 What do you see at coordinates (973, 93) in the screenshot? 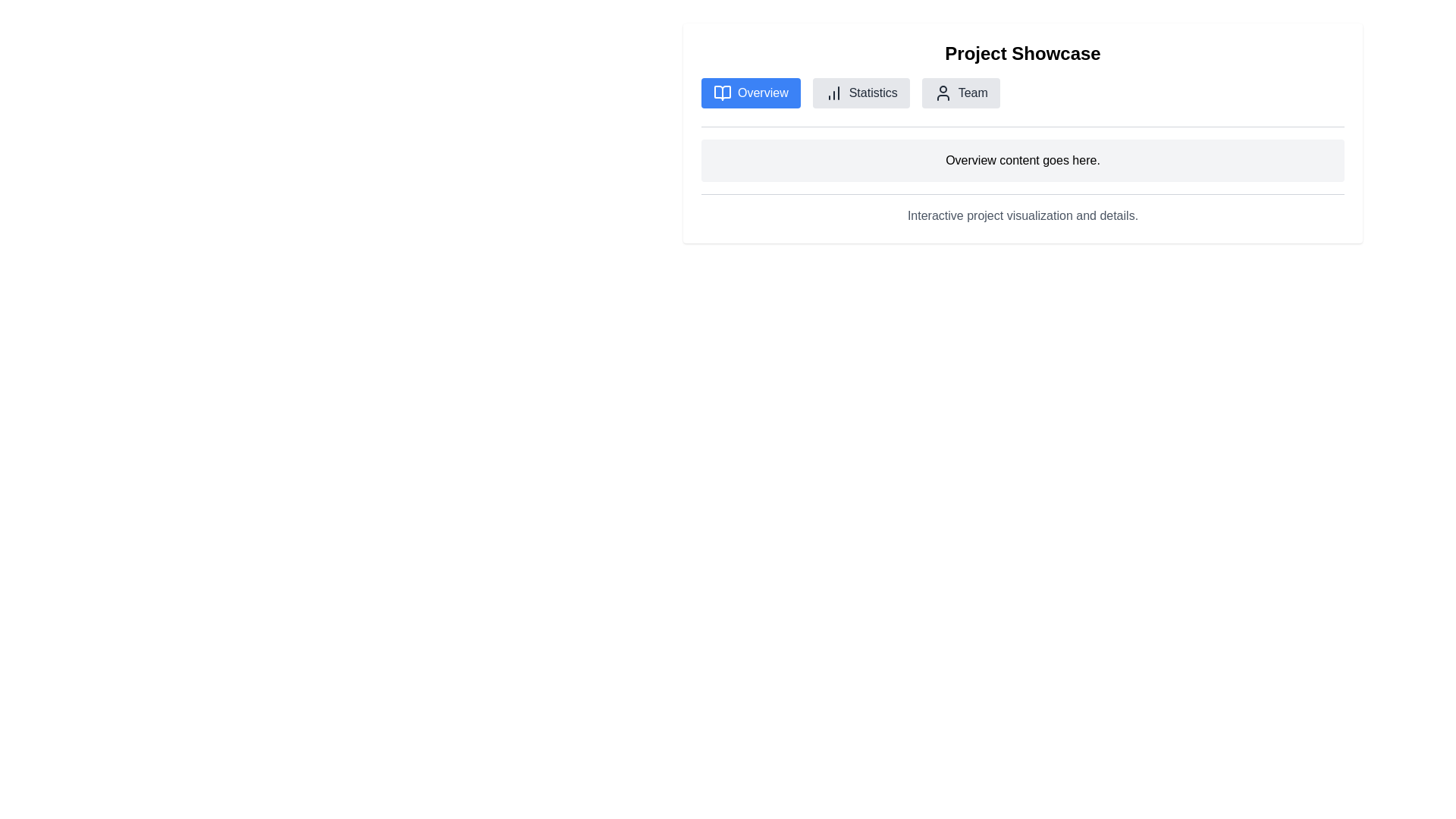
I see `the gray button containing the 'Team' label` at bounding box center [973, 93].